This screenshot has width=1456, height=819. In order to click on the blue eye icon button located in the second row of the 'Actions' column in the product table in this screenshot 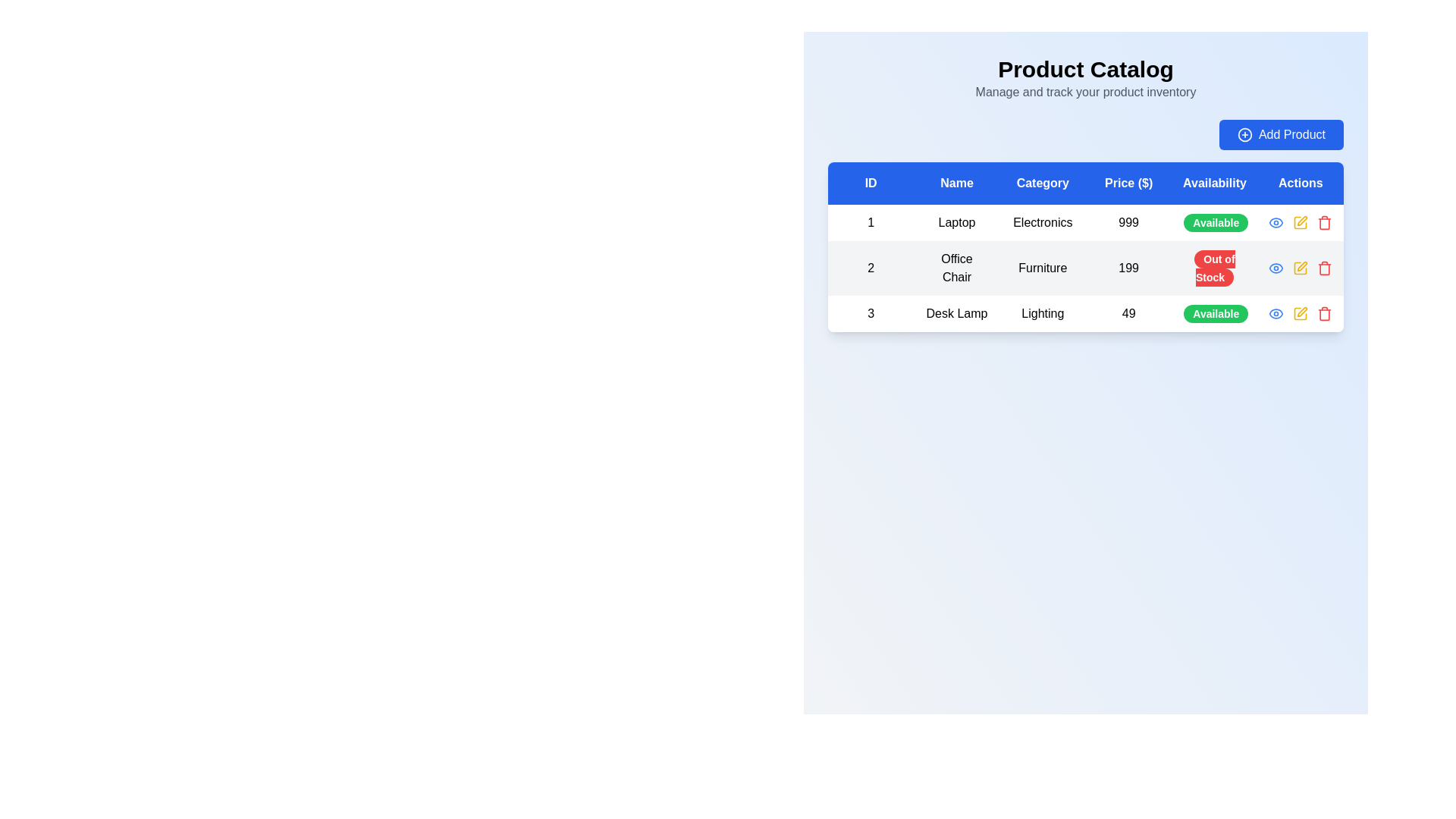, I will do `click(1276, 222)`.